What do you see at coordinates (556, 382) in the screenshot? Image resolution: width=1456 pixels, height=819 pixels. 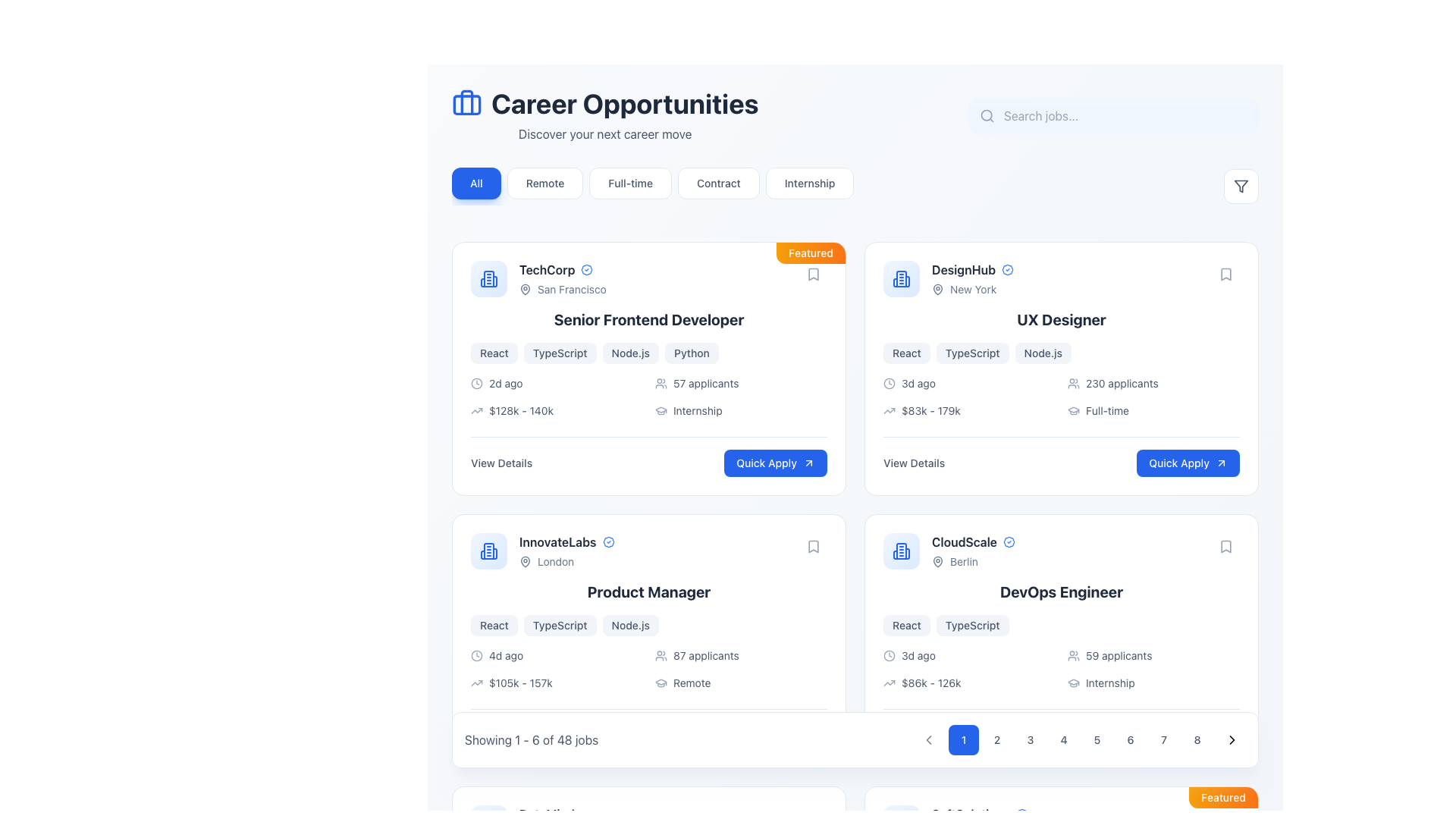 I see `the decorative informational component that indicates the time elapsed since the job posting, located in the upper-left section of the 'Career Opportunities' interface, under the job title and above the salary range` at bounding box center [556, 382].